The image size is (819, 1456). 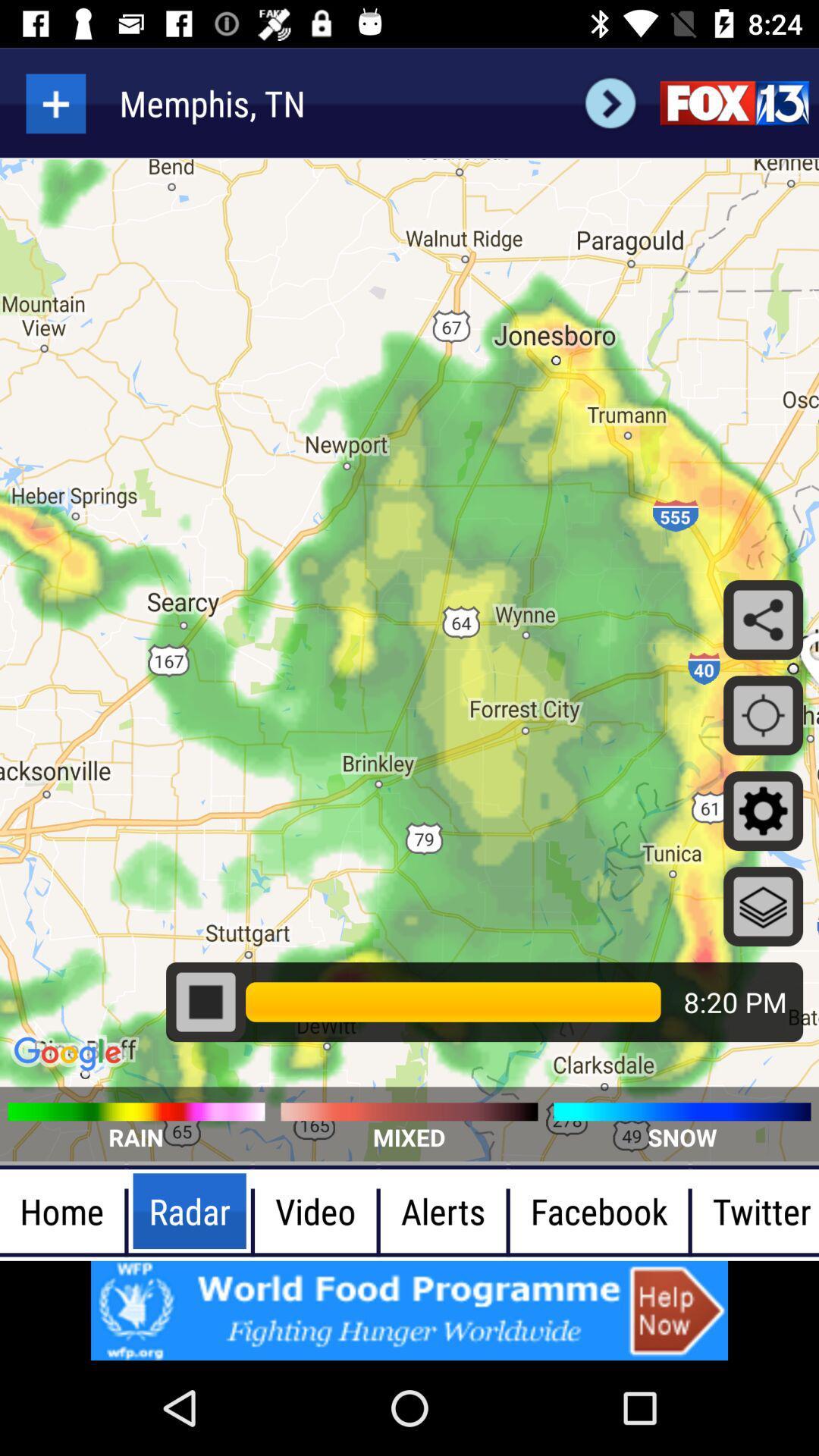 What do you see at coordinates (206, 1002) in the screenshot?
I see `the checkbox on the web page` at bounding box center [206, 1002].